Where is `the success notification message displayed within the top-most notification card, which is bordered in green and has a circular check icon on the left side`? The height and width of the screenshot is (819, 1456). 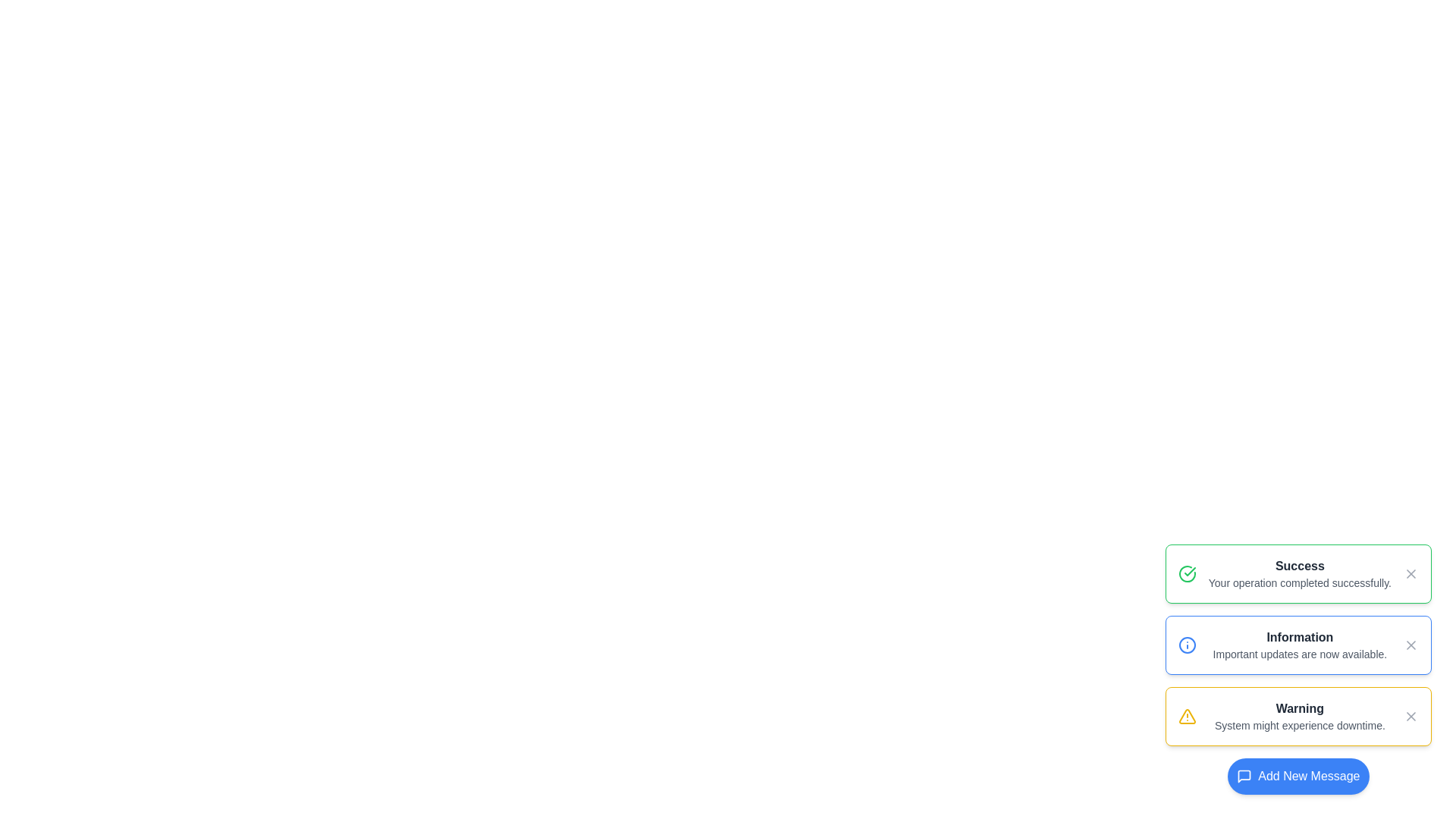
the success notification message displayed within the top-most notification card, which is bordered in green and has a circular check icon on the left side is located at coordinates (1299, 573).